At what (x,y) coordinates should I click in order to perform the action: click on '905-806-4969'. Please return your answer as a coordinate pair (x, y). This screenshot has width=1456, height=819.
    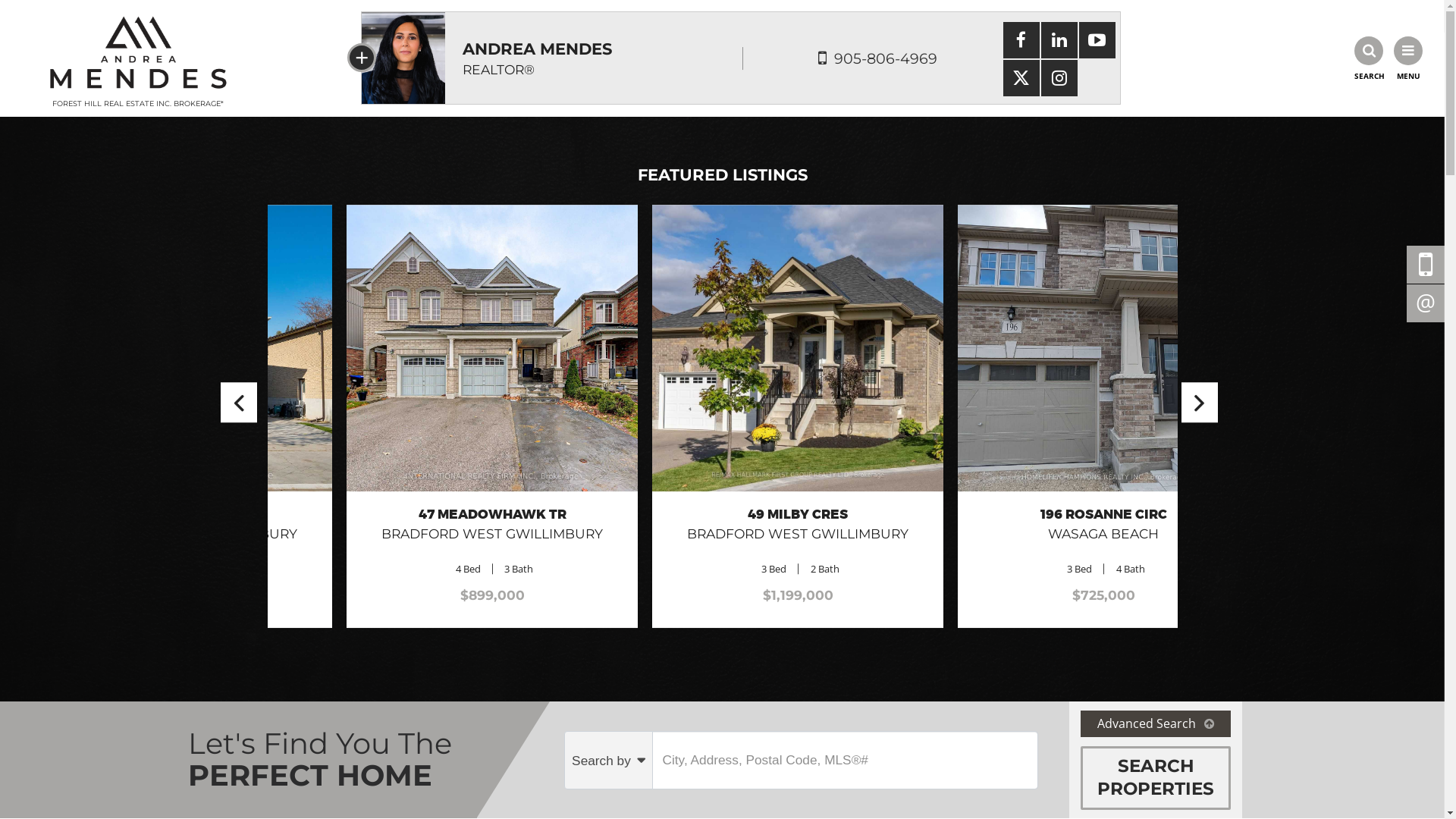
    Looking at the image, I should click on (885, 58).